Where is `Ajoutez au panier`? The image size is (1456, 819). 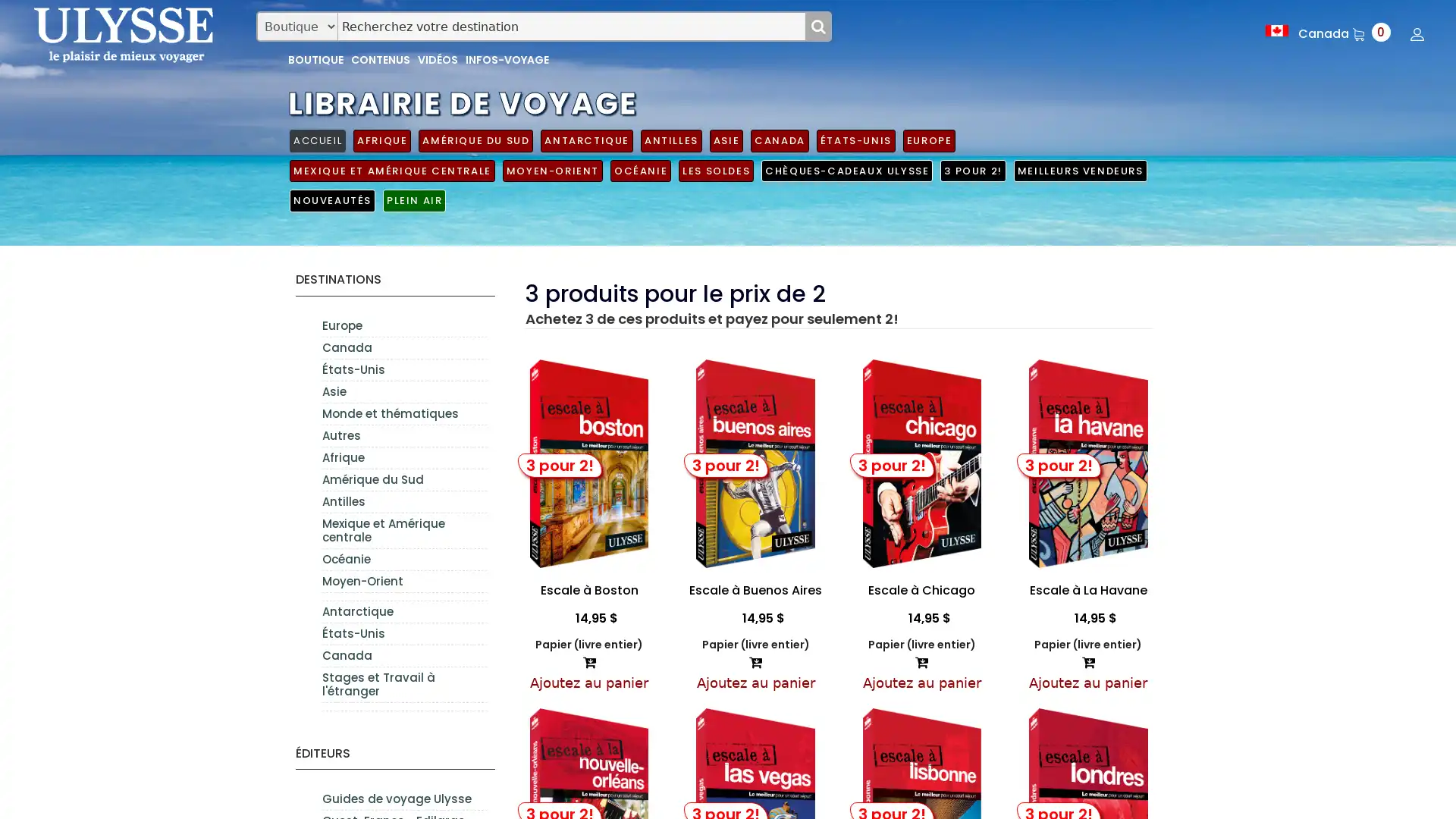
Ajoutez au panier is located at coordinates (588, 681).